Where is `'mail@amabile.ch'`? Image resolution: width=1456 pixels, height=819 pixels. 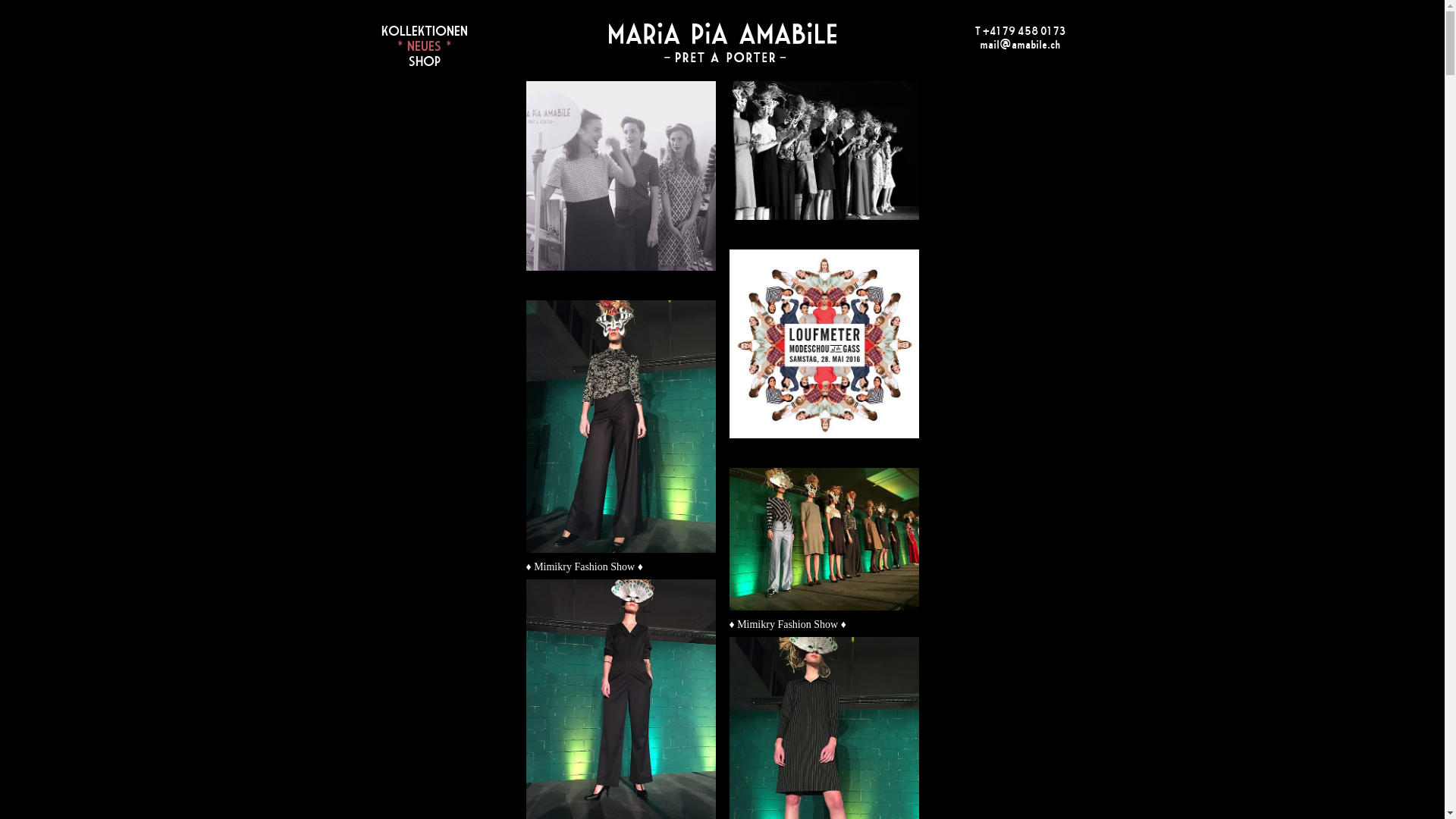 'mail@amabile.ch' is located at coordinates (979, 42).